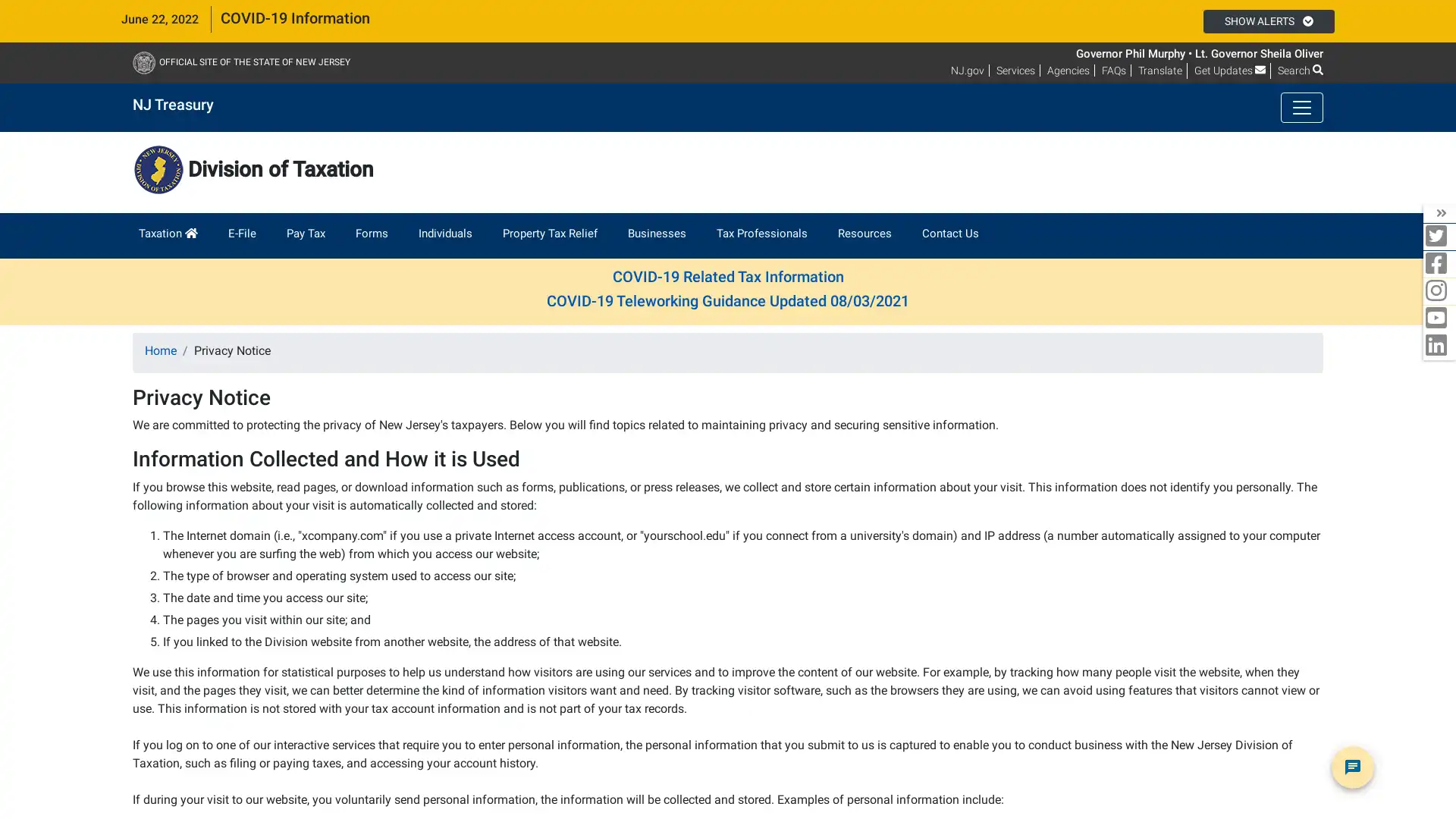 This screenshot has width=1456, height=819. What do you see at coordinates (1268, 20) in the screenshot?
I see `SHOW ALERTS` at bounding box center [1268, 20].